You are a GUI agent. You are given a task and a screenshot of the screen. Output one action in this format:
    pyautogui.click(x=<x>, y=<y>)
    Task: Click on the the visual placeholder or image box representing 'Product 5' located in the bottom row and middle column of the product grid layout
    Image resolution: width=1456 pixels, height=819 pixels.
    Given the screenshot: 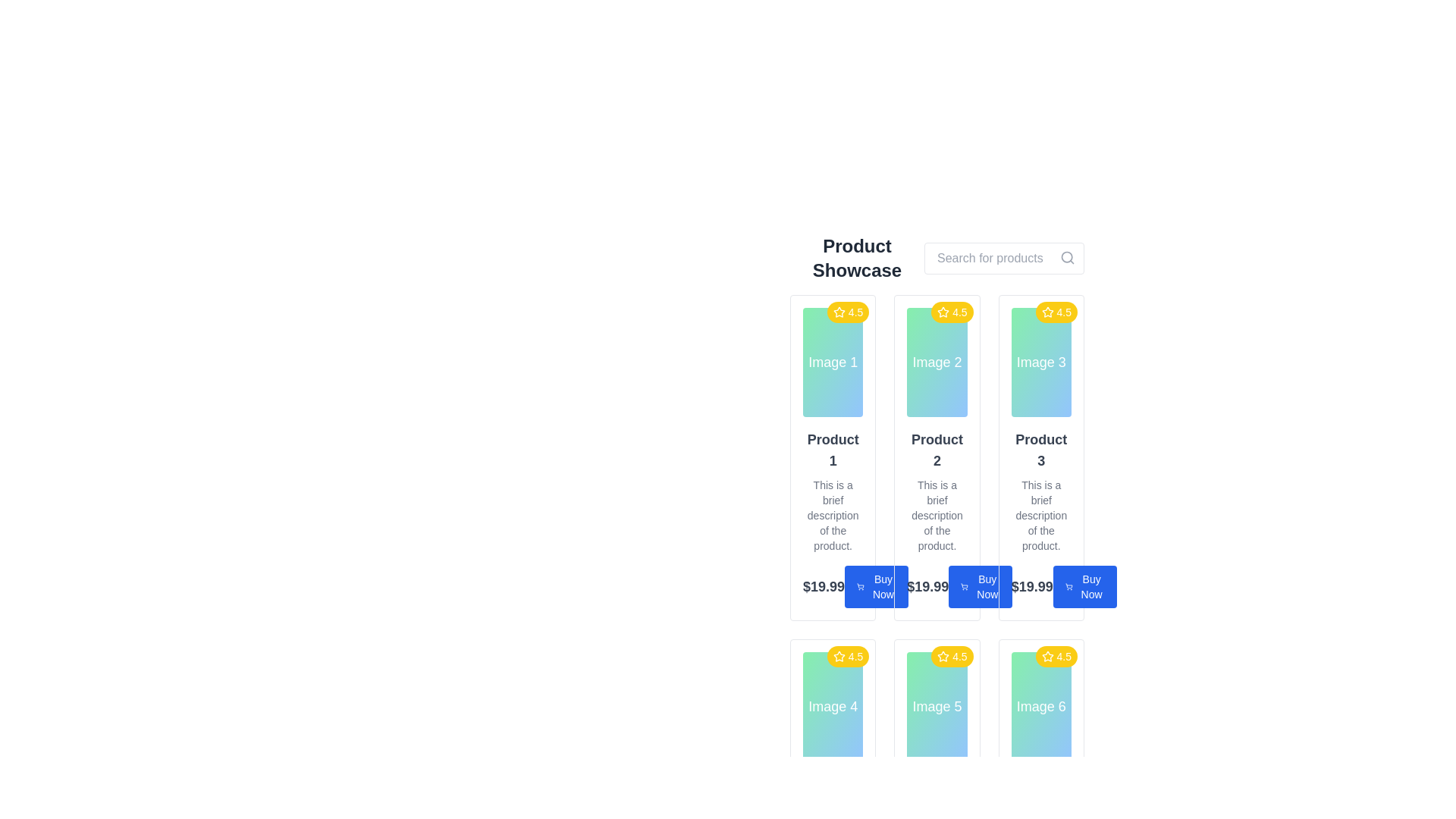 What is the action you would take?
    pyautogui.click(x=936, y=707)
    